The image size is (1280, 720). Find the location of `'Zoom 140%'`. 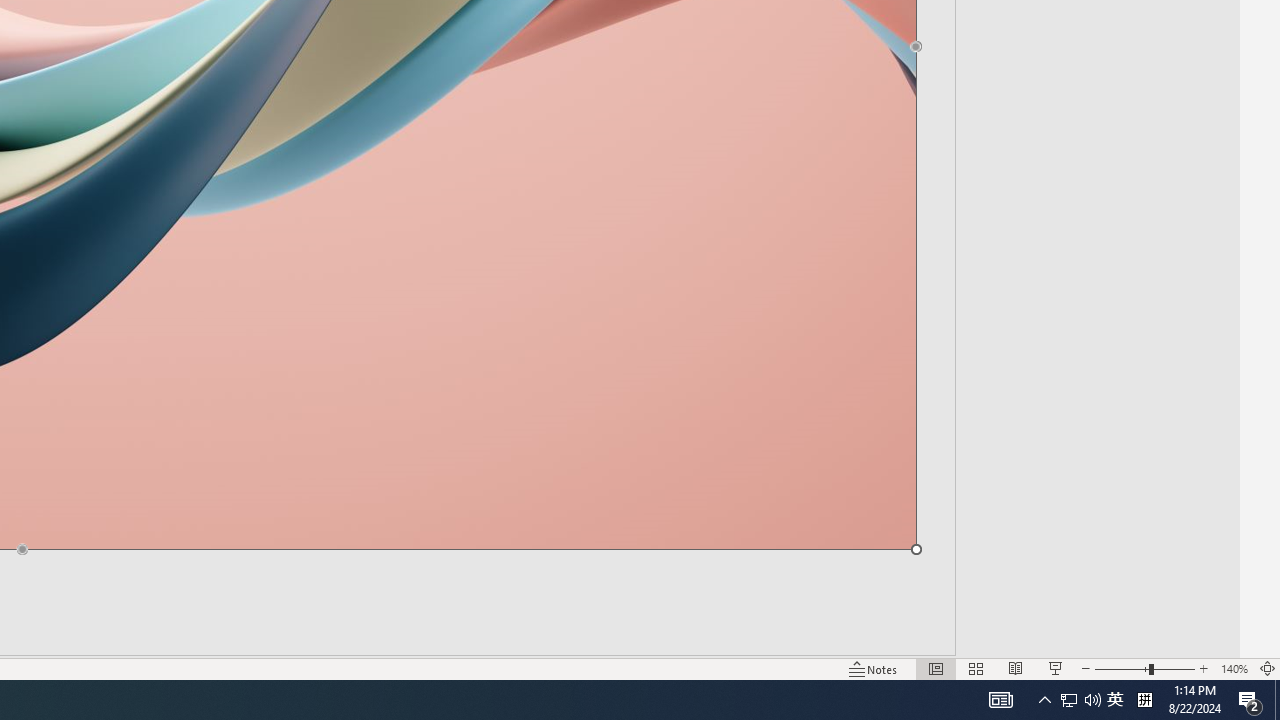

'Zoom 140%' is located at coordinates (1233, 669).